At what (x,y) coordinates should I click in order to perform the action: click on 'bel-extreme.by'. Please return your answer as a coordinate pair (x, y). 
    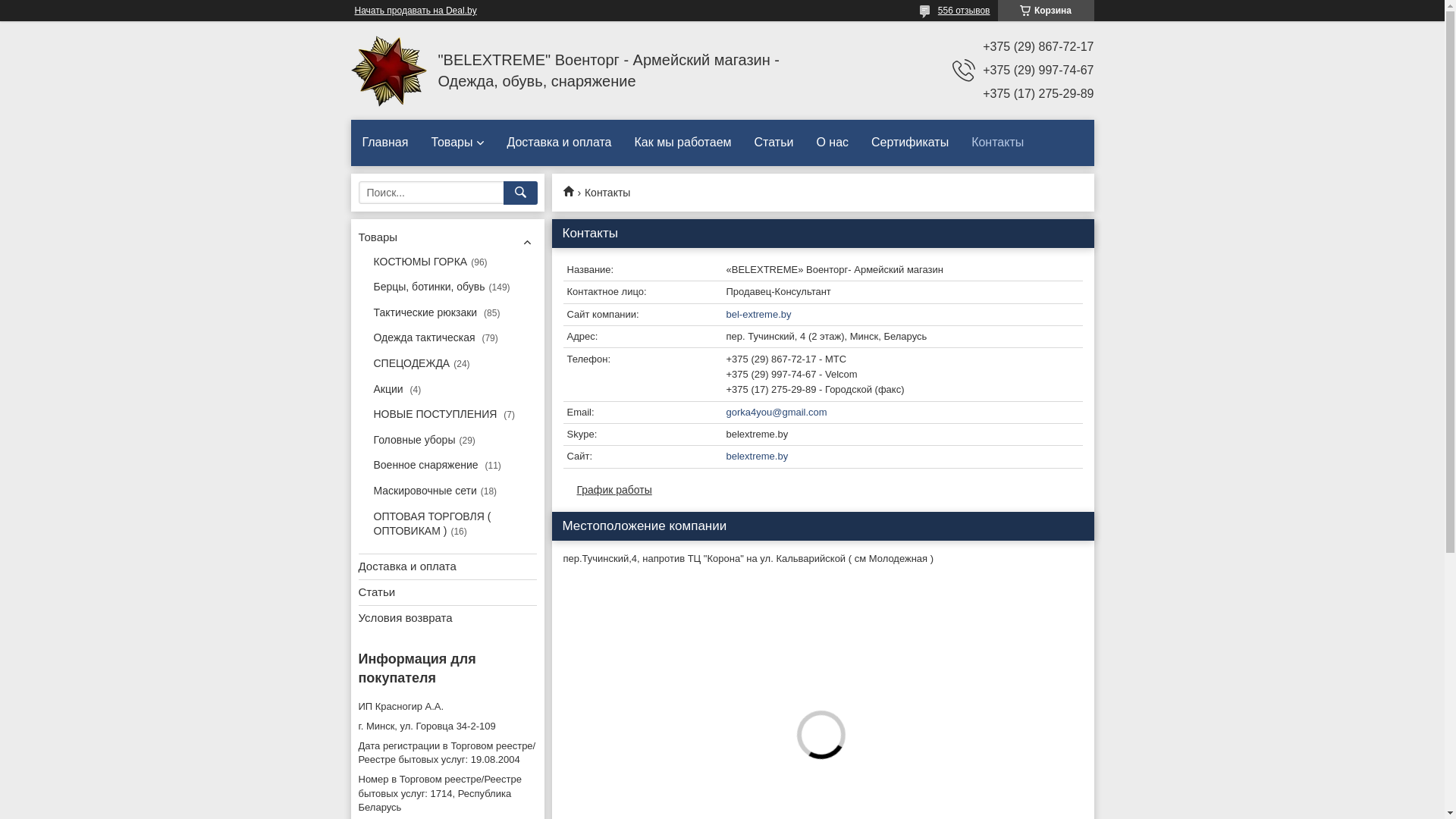
    Looking at the image, I should click on (821, 314).